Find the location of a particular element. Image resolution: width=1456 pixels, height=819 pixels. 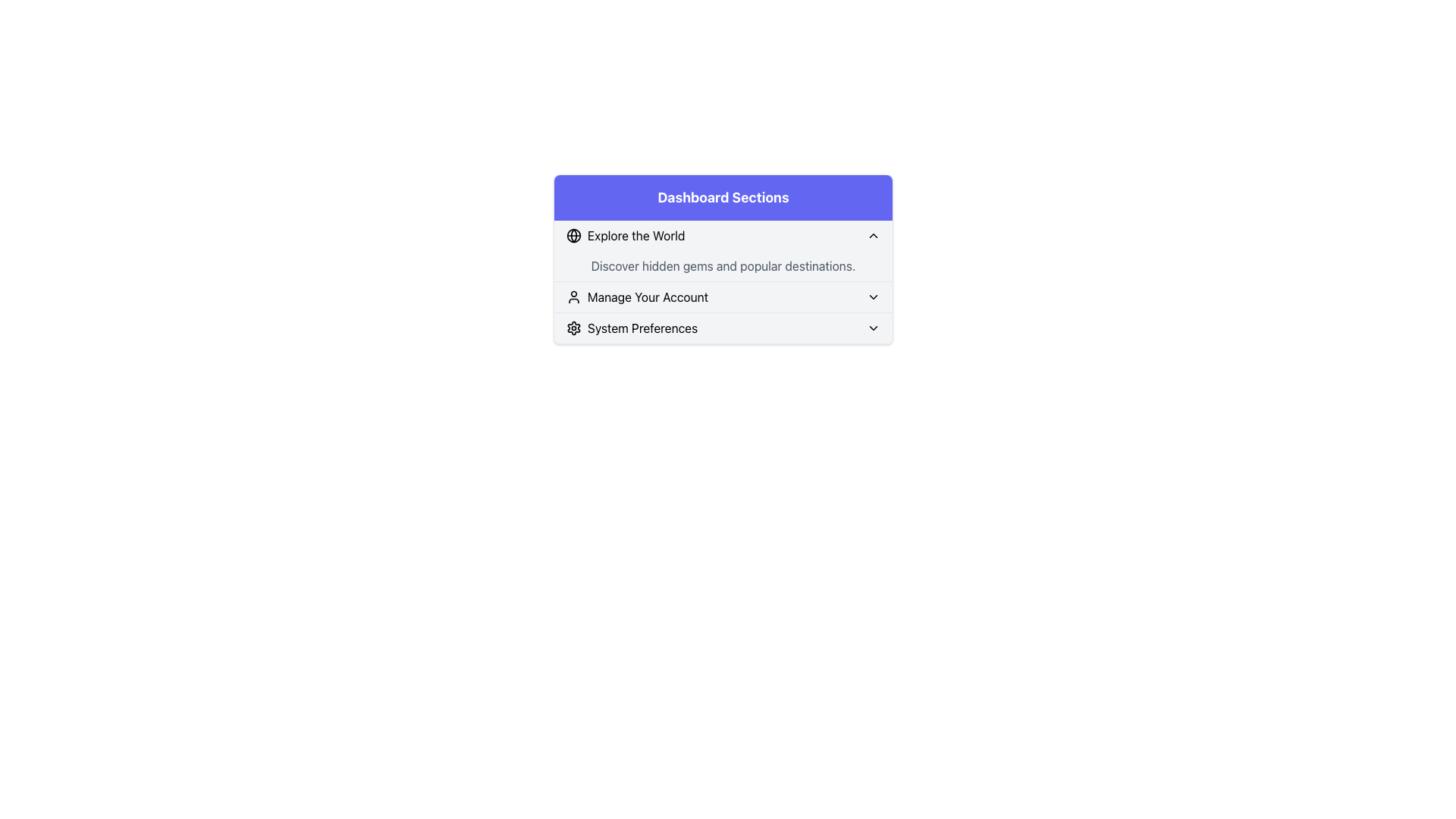

the 'Manage Your Account' button, which is the second entry in the vertical list of the 'Dashboard Sections' card is located at coordinates (723, 297).